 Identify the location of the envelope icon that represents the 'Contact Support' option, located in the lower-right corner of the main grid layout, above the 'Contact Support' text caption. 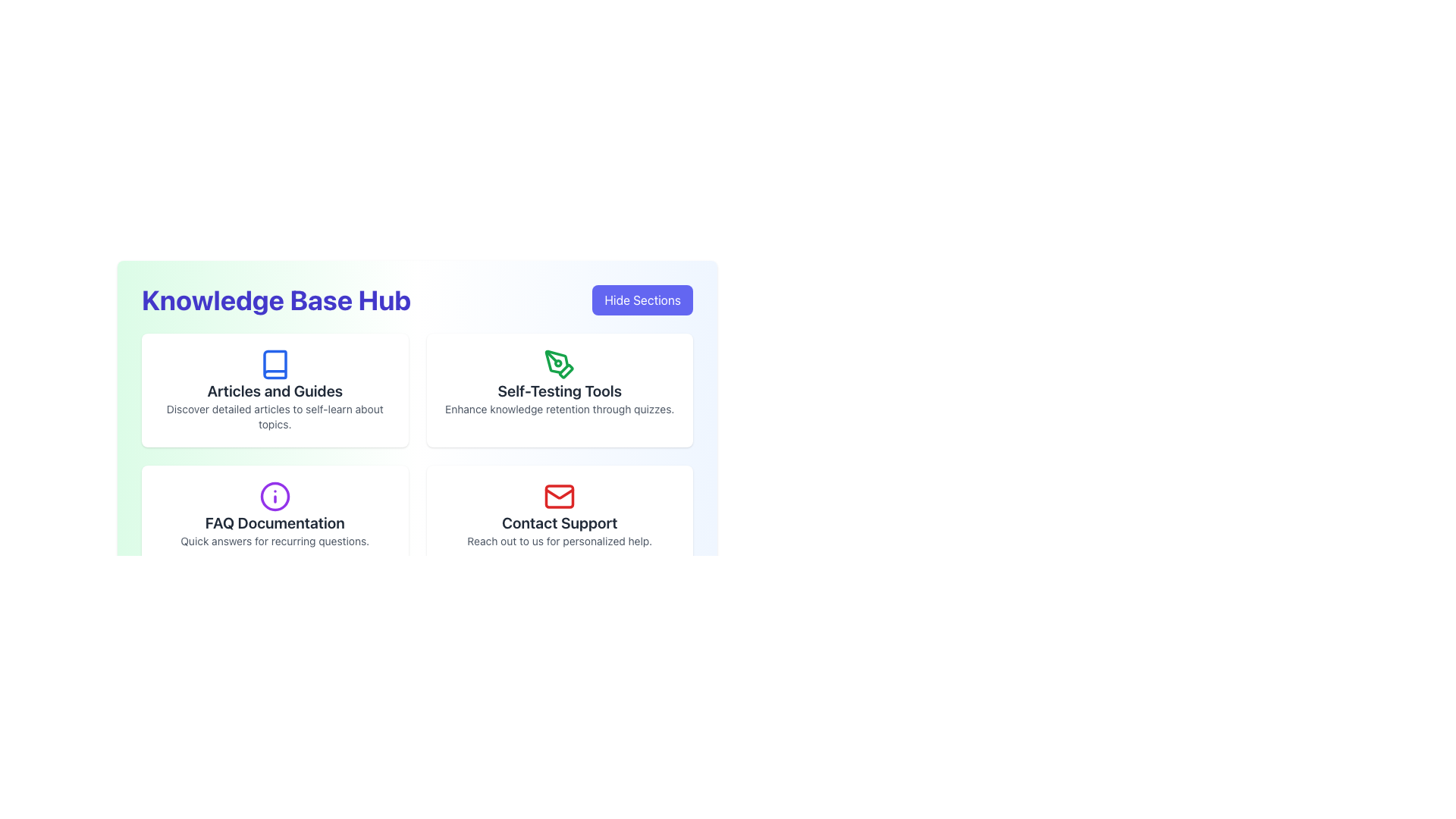
(559, 497).